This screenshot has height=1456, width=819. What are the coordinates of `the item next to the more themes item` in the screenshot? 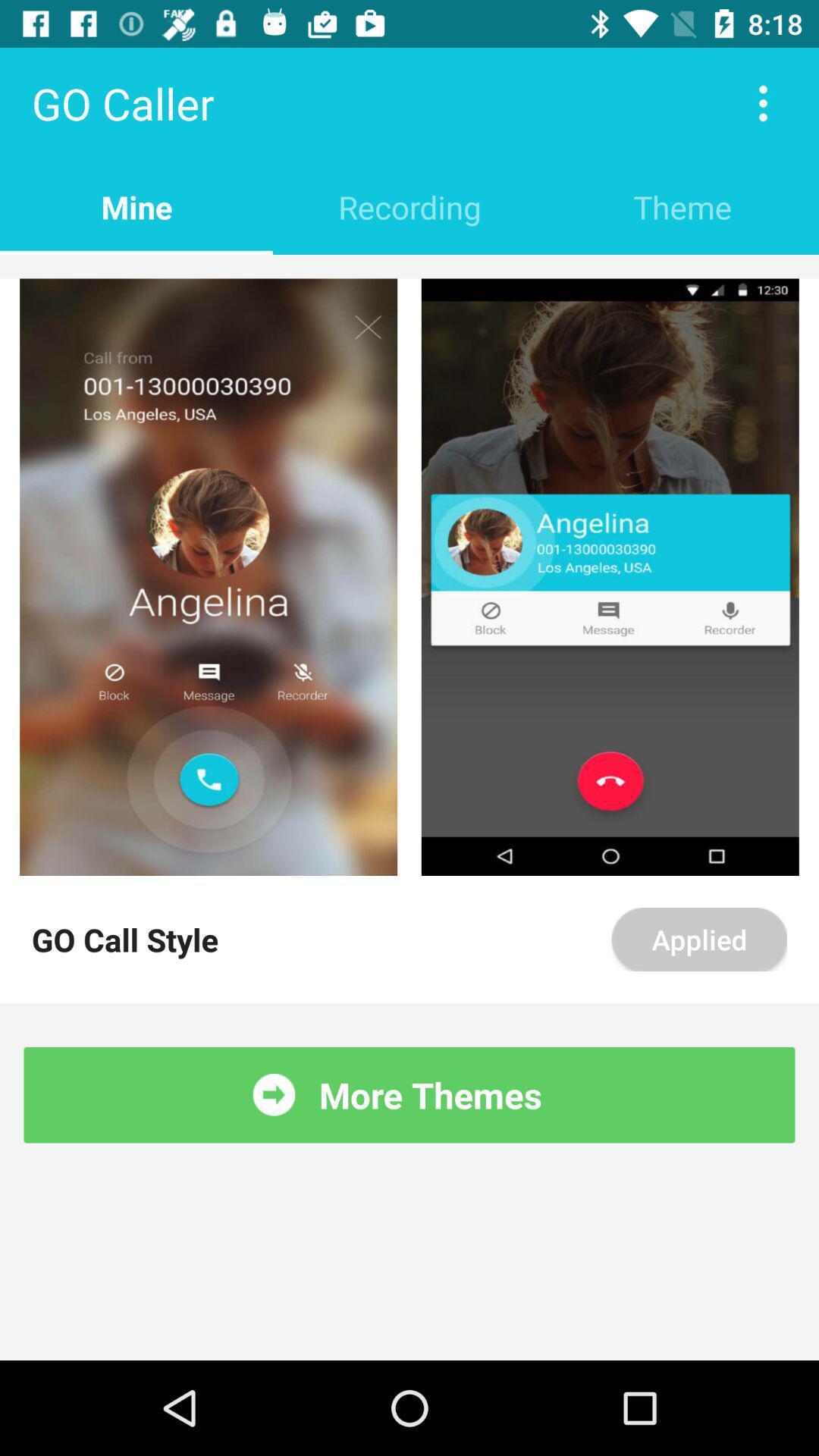 It's located at (274, 1094).